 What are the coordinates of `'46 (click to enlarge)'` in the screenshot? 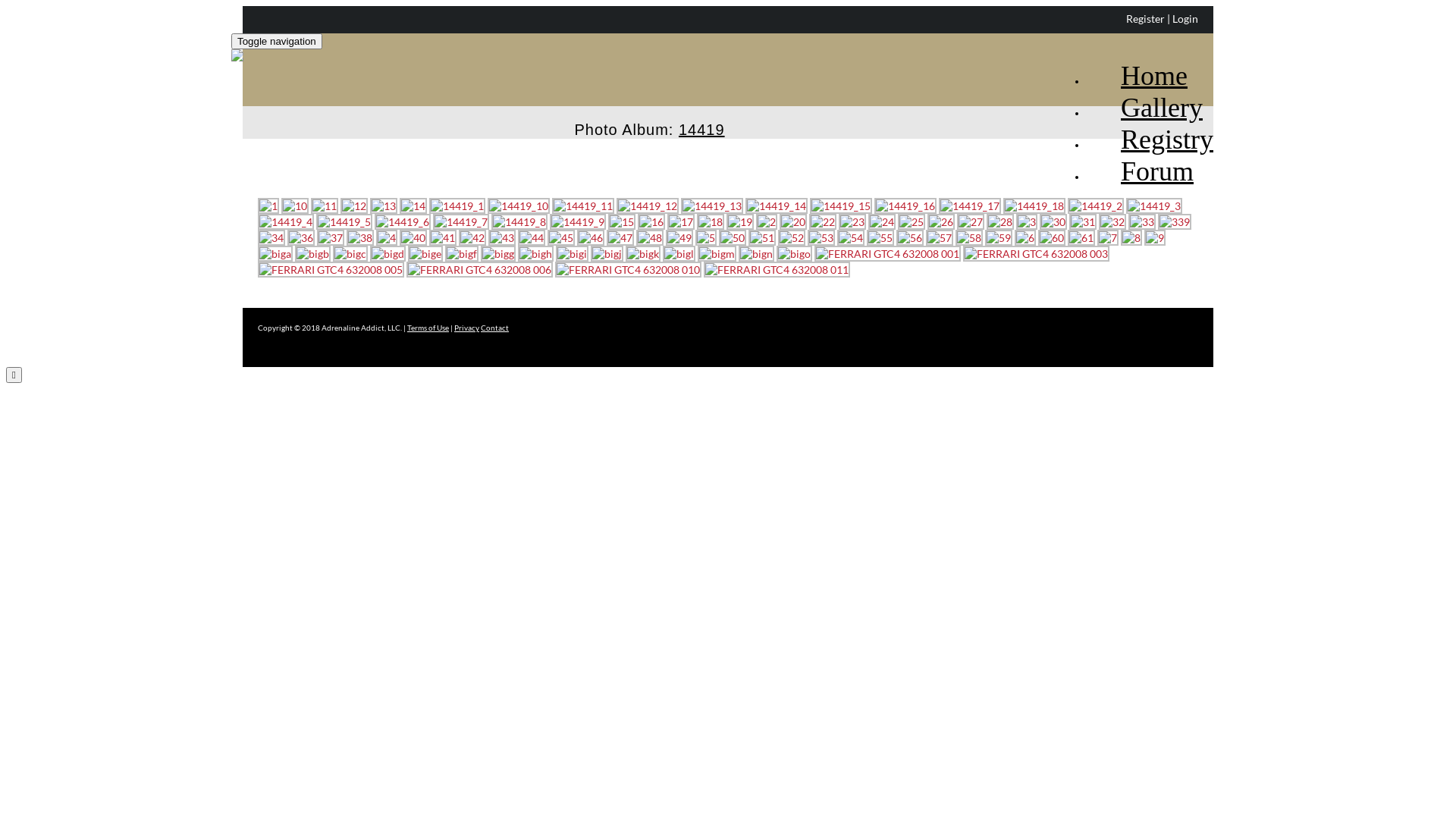 It's located at (589, 237).